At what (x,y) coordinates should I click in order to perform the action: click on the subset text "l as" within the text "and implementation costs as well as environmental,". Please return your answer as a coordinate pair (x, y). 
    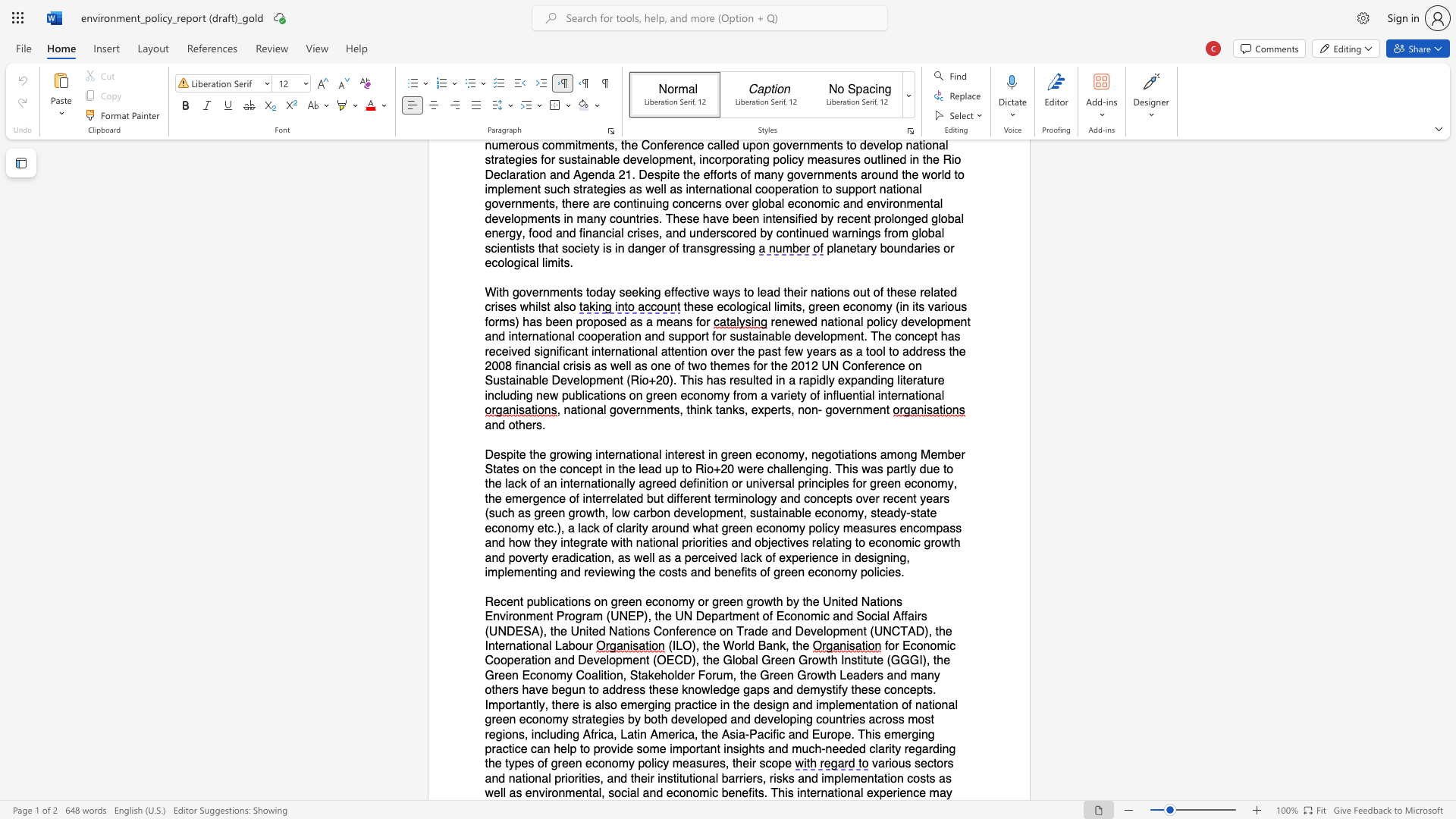
    Looking at the image, I should click on (503, 792).